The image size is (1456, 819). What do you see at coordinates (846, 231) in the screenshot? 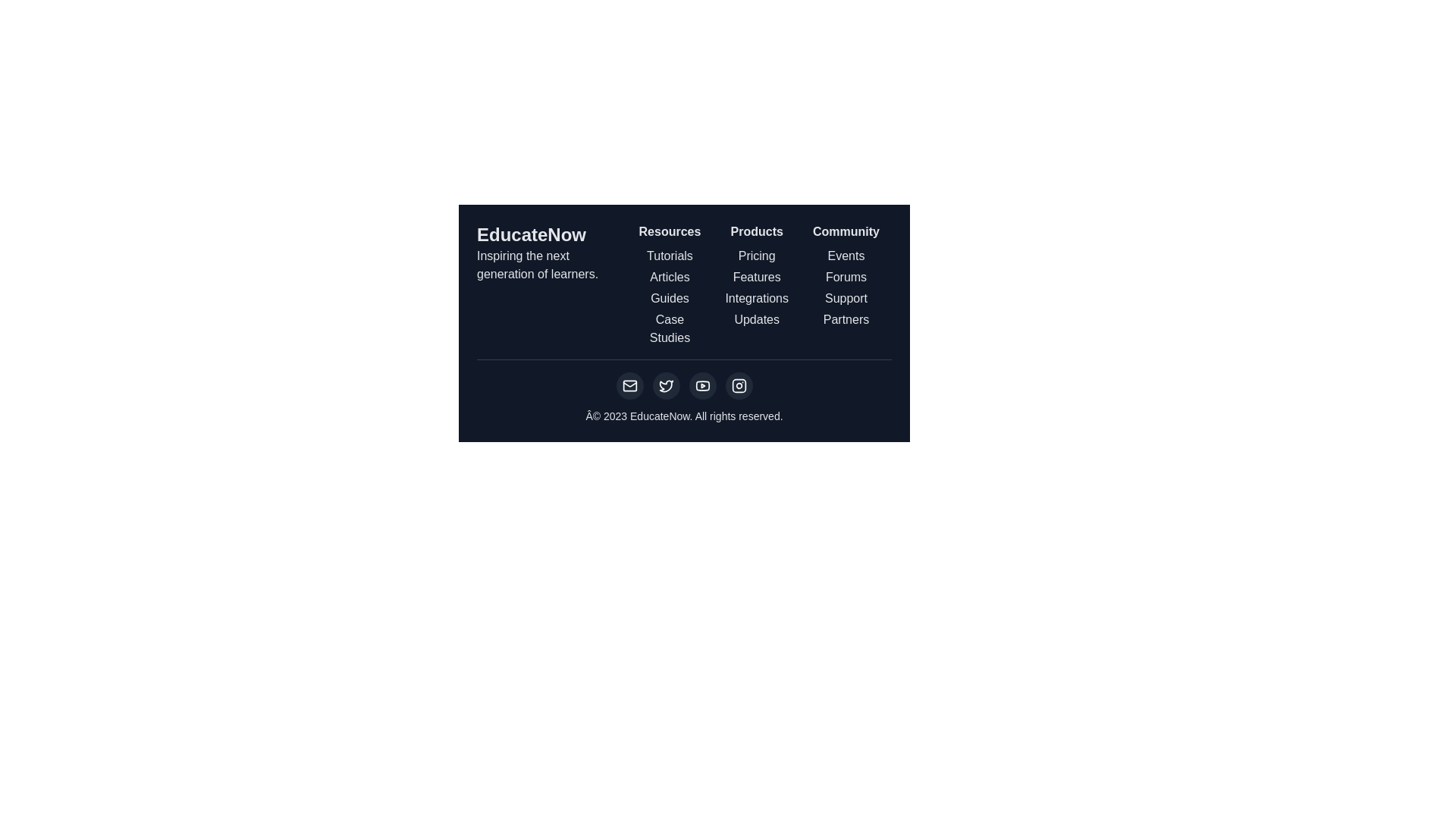
I see `the 'Community' text element, which is styled in bold white font on a dark blue background, and is the first item in a vertical list of links` at bounding box center [846, 231].